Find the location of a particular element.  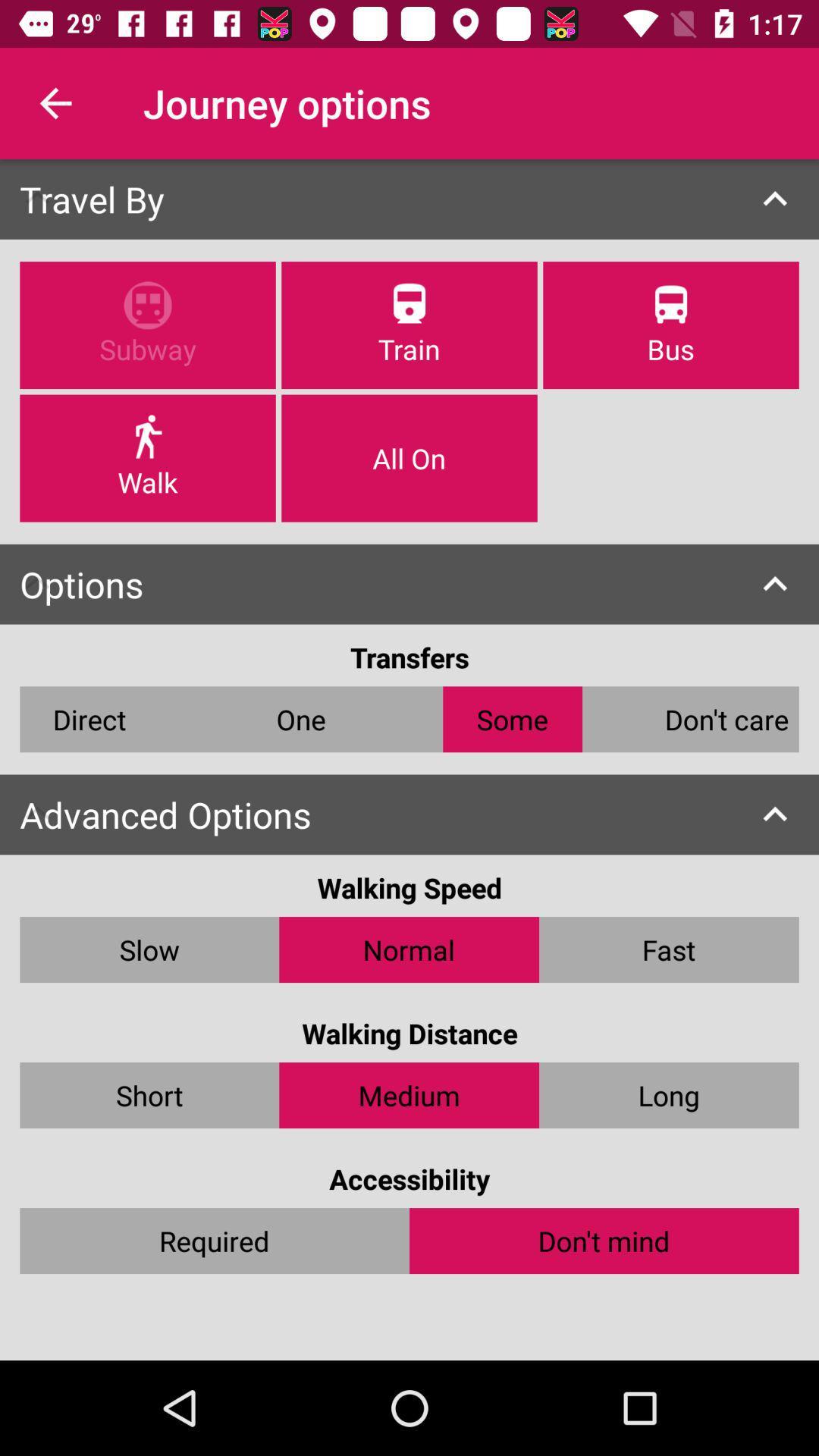

item to the right of slow is located at coordinates (408, 949).